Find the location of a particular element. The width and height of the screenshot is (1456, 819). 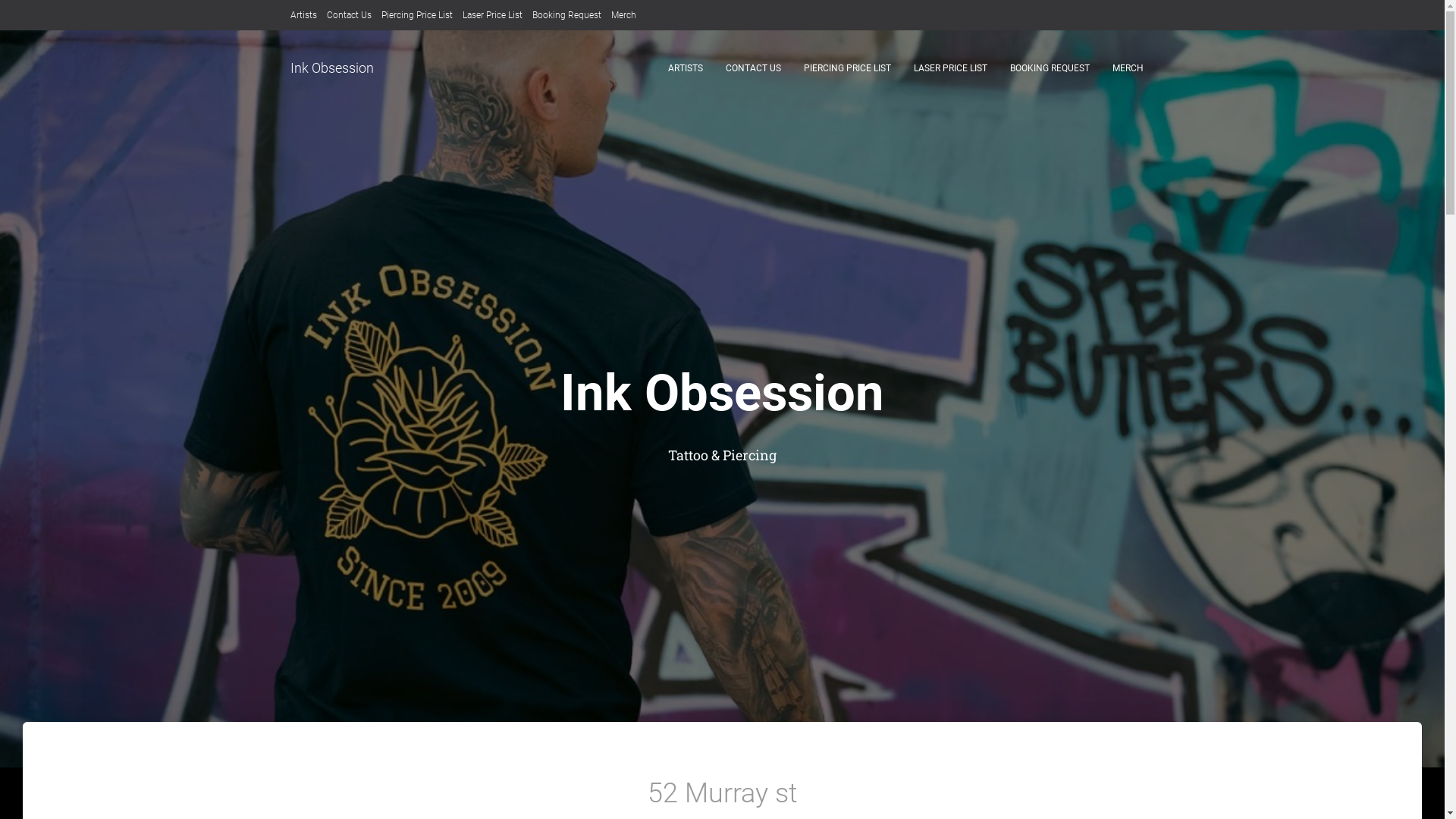

'LASER PRICE LIST' is located at coordinates (949, 67).